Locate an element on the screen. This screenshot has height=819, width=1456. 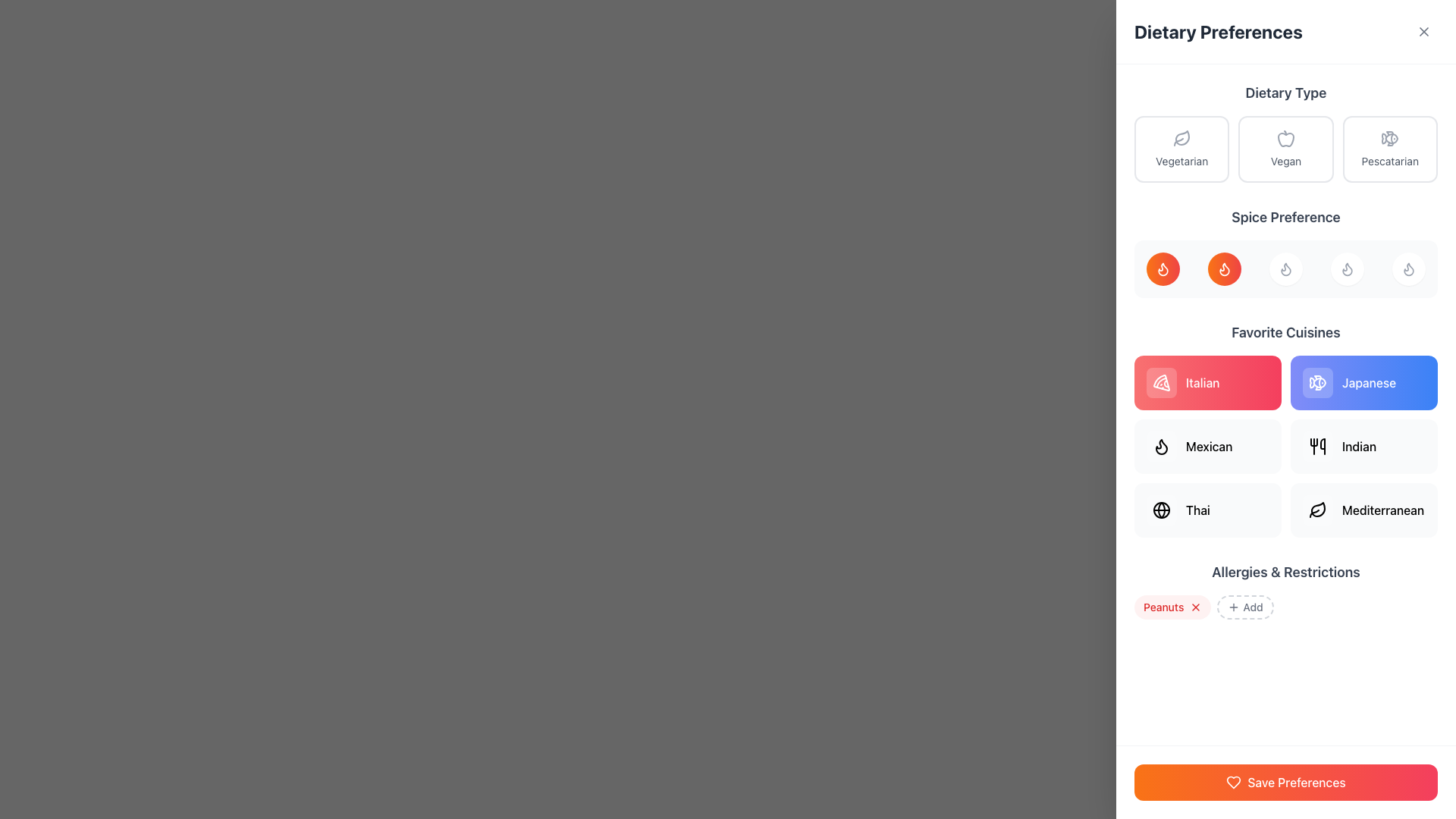
the 'Mexican' text label in the 'Favorite Cuisines' section is located at coordinates (1208, 446).